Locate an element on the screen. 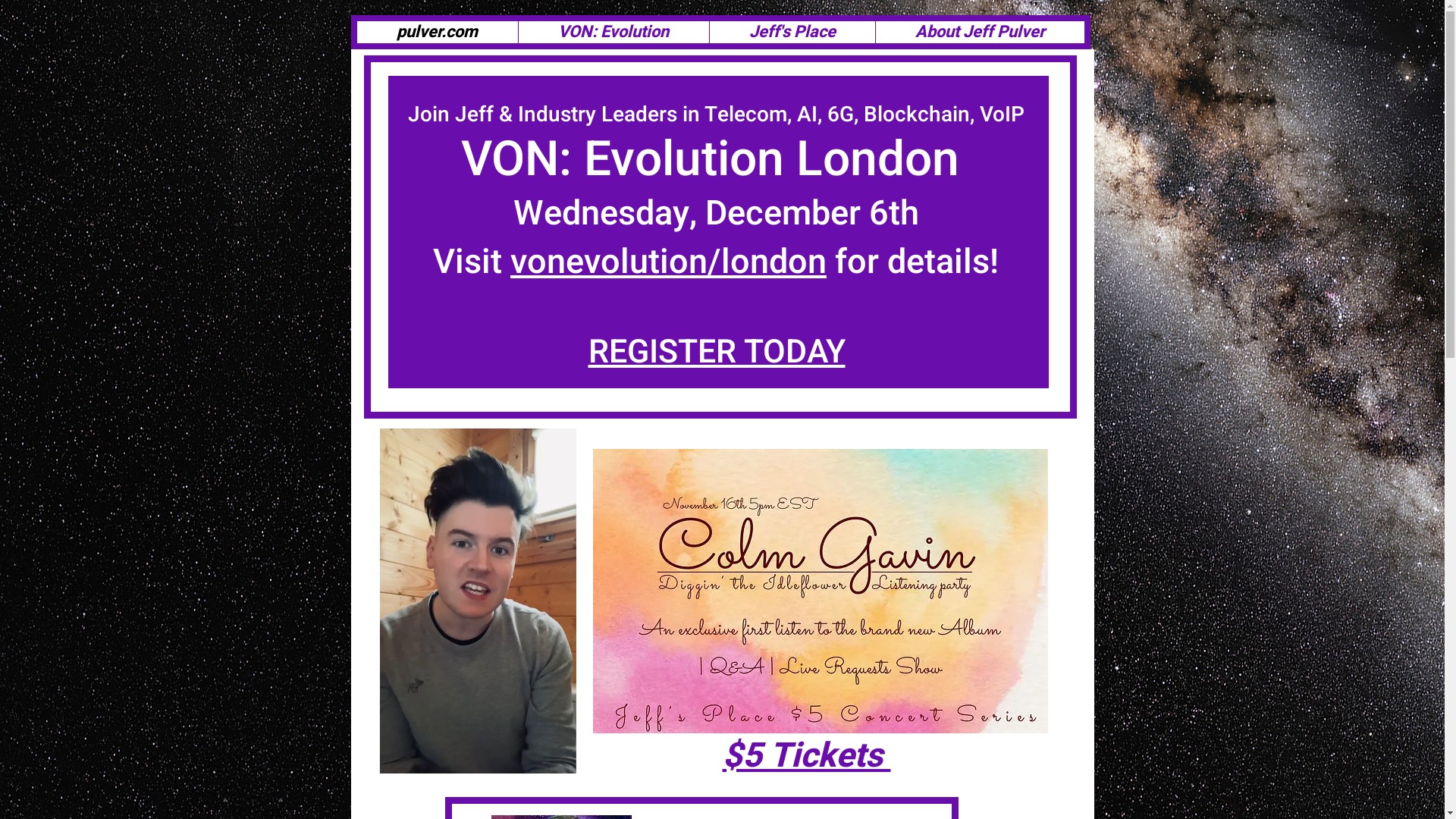  '$5 Tickets ' is located at coordinates (805, 755).